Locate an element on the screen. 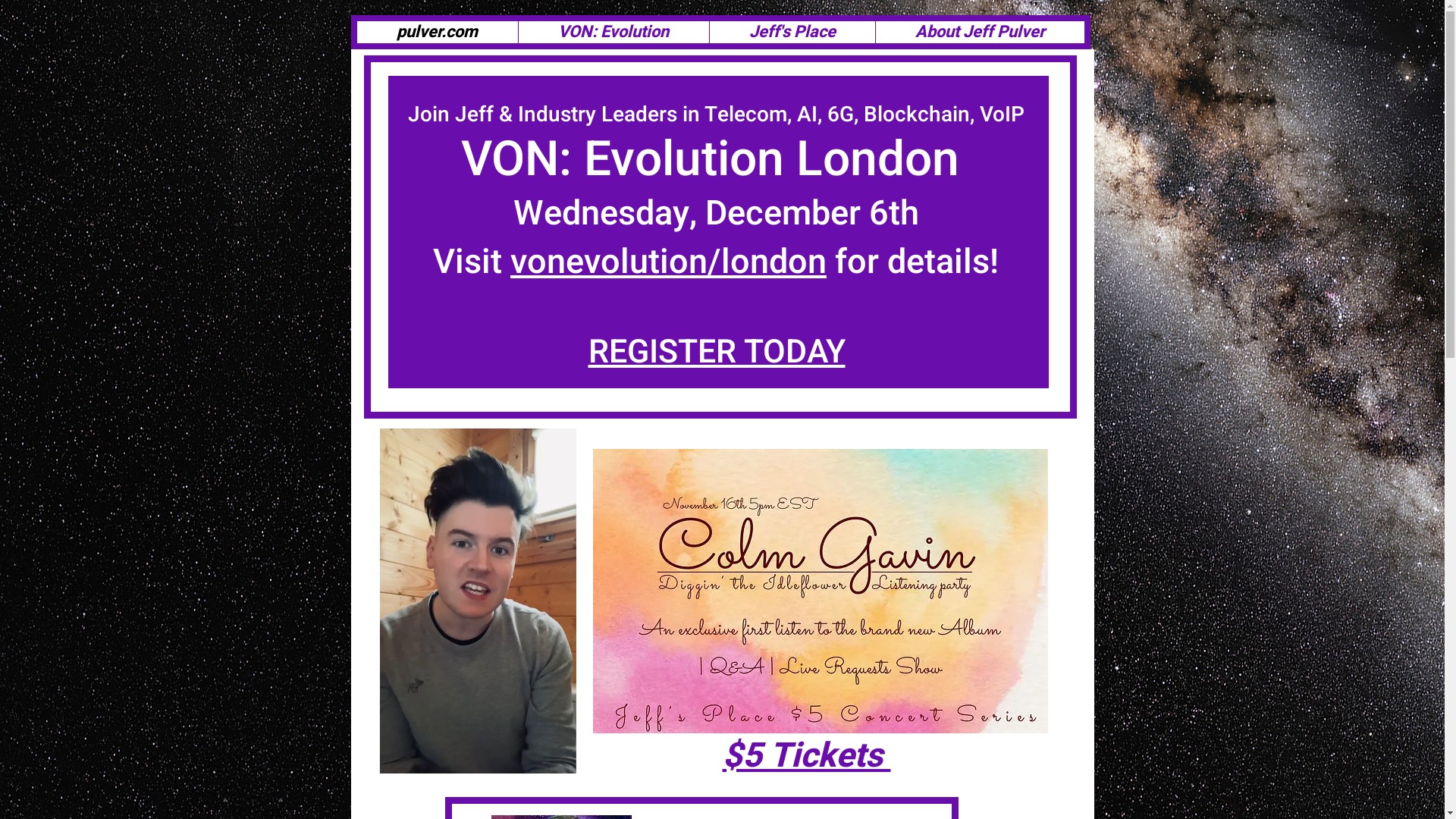  '$5 Tickets ' is located at coordinates (805, 755).